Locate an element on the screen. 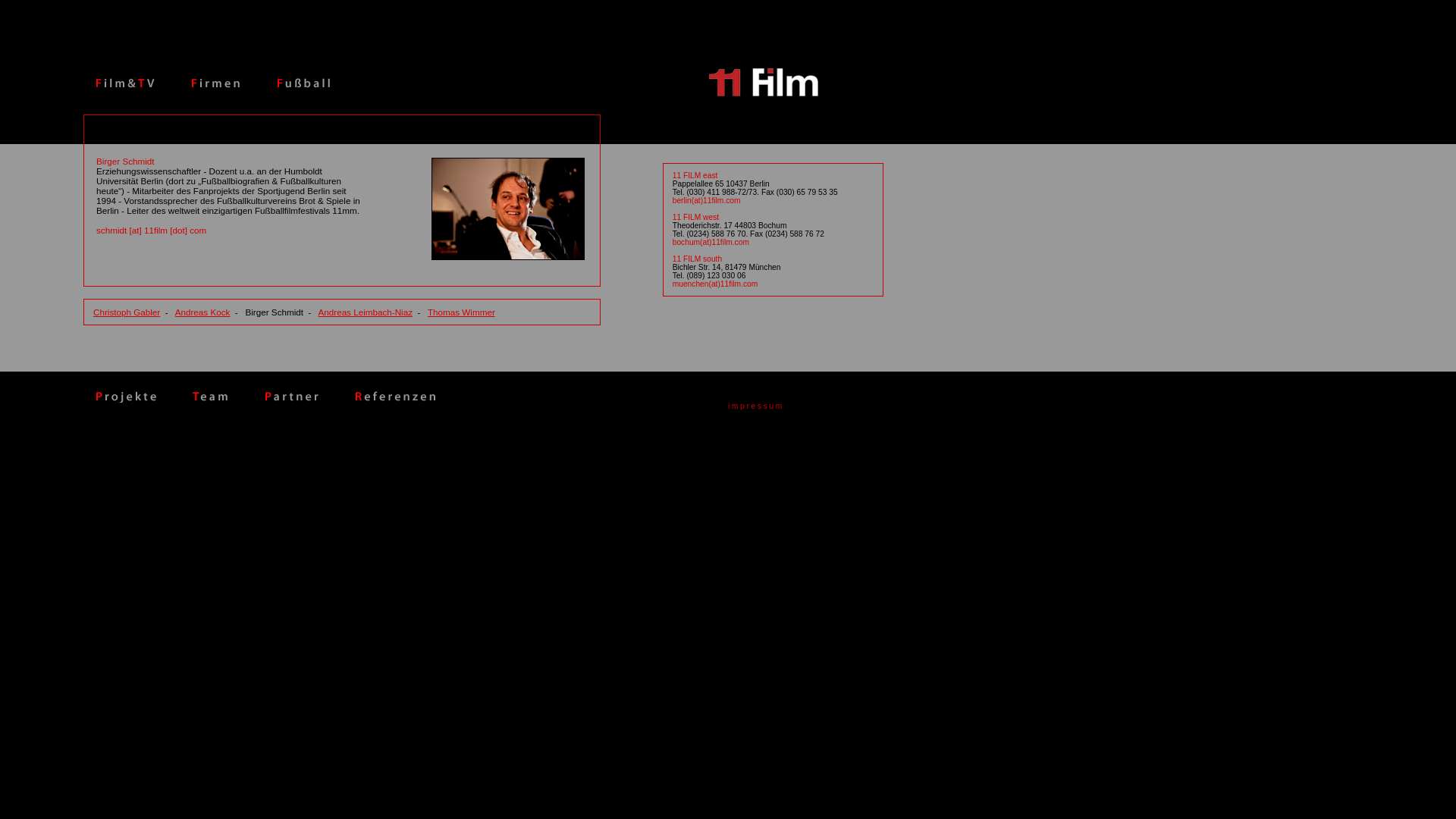 Image resolution: width=1456 pixels, height=819 pixels. 'Andreas Leimbach-Niaz' is located at coordinates (365, 311).